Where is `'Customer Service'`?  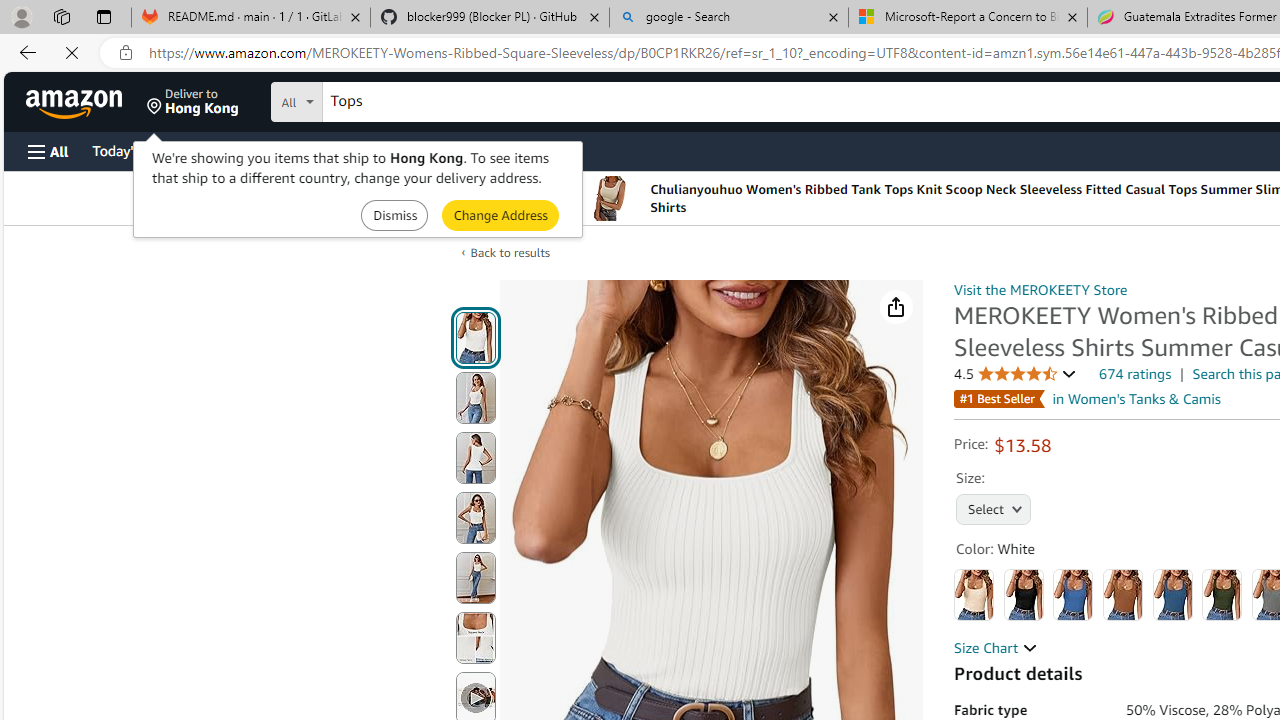
'Customer Service' is located at coordinates (255, 149).